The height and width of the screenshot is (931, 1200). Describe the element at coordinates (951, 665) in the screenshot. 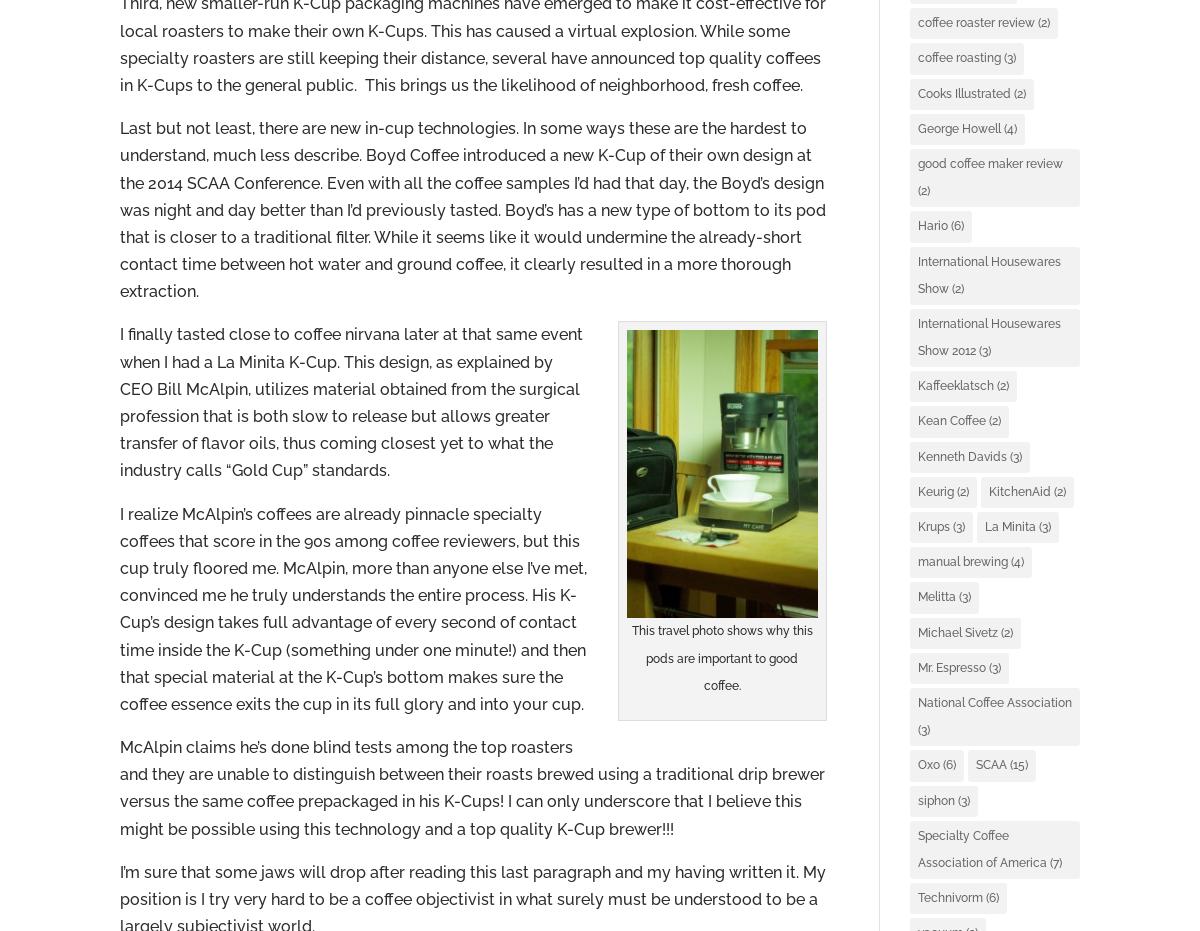

I see `'Mr. Espresso'` at that location.